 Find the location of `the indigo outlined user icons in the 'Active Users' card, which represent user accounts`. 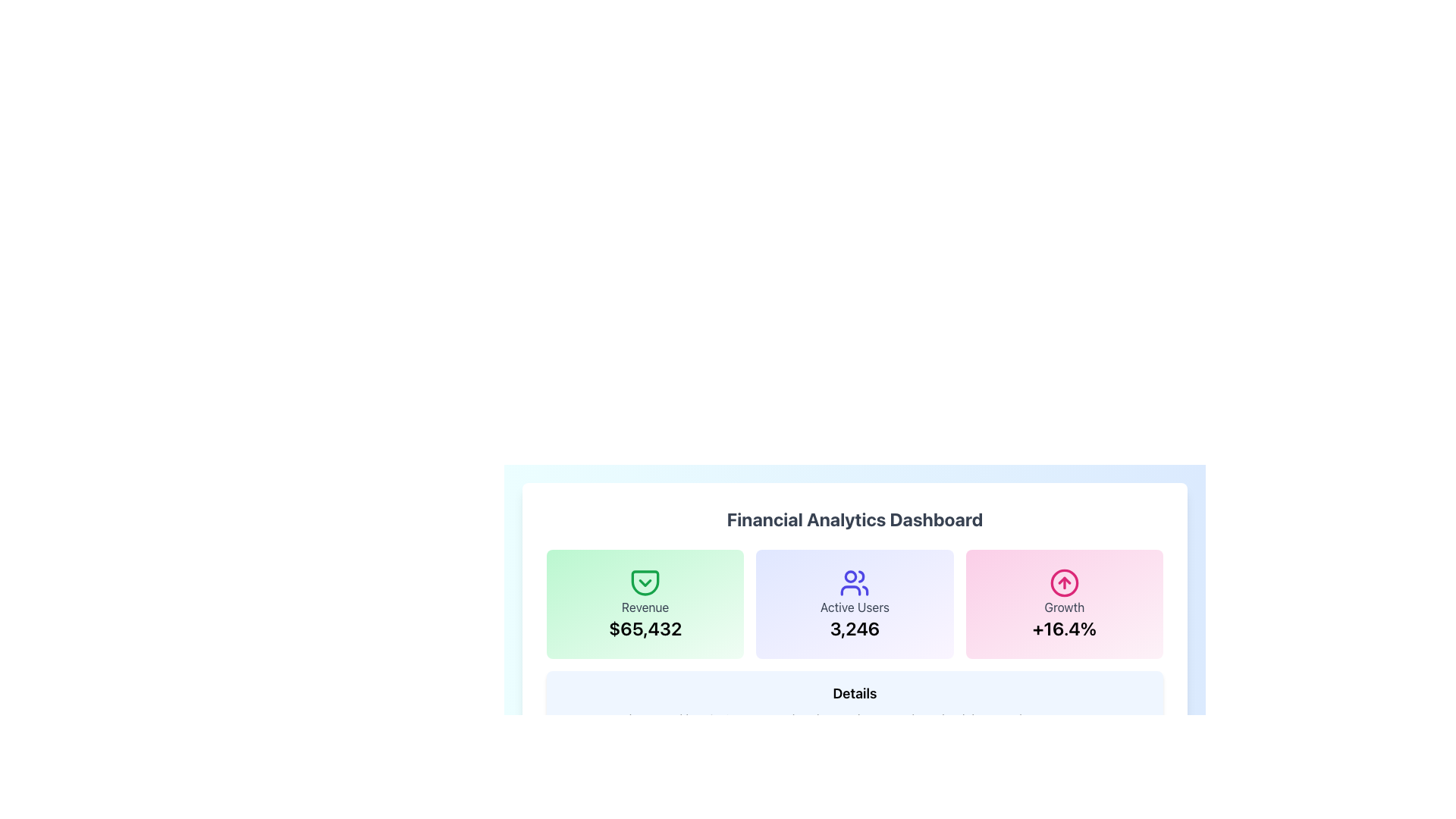

the indigo outlined user icons in the 'Active Users' card, which represent user accounts is located at coordinates (855, 582).